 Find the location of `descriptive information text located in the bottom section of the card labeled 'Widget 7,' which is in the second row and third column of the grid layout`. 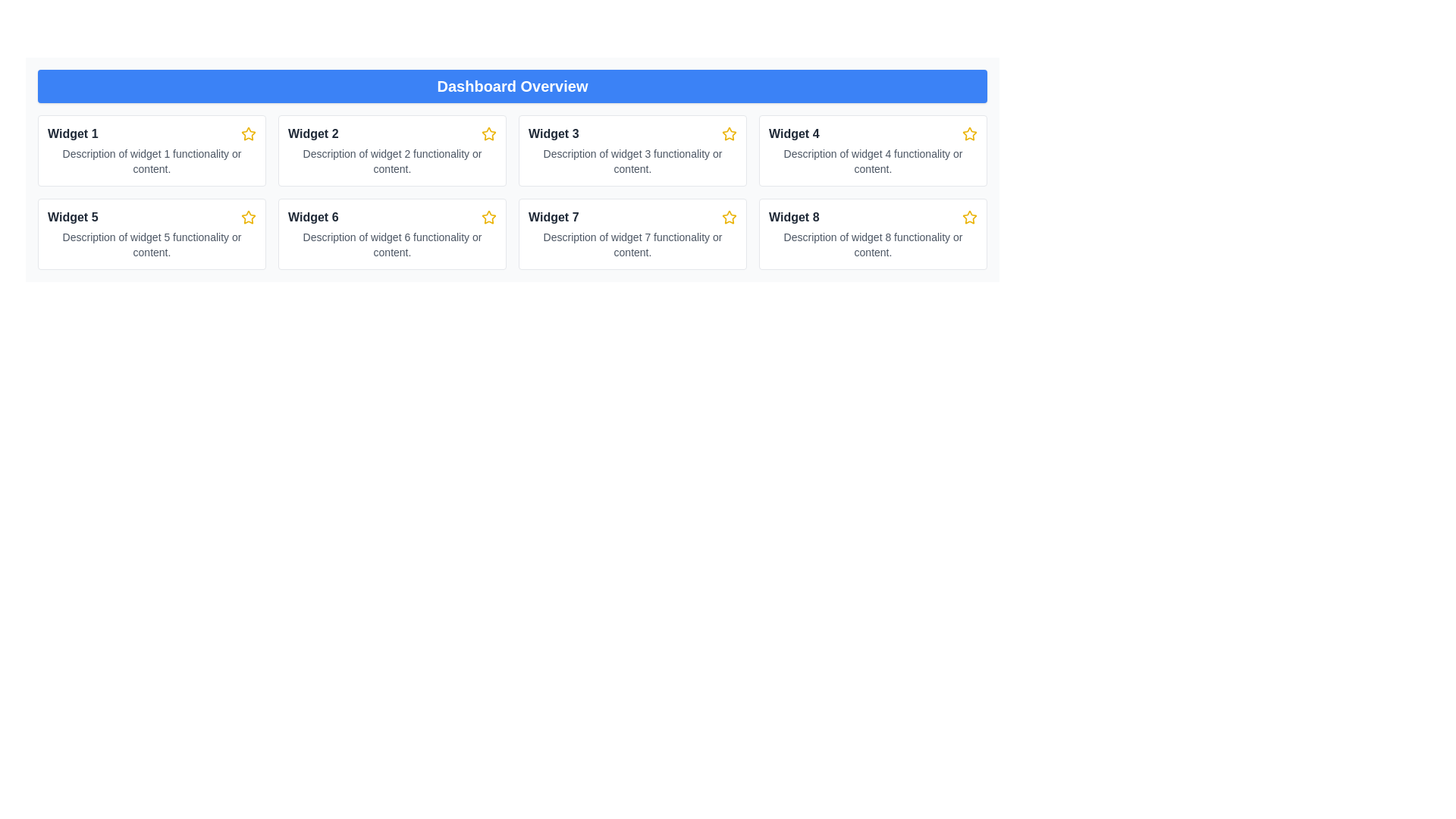

descriptive information text located in the bottom section of the card labeled 'Widget 7,' which is in the second row and third column of the grid layout is located at coordinates (632, 244).